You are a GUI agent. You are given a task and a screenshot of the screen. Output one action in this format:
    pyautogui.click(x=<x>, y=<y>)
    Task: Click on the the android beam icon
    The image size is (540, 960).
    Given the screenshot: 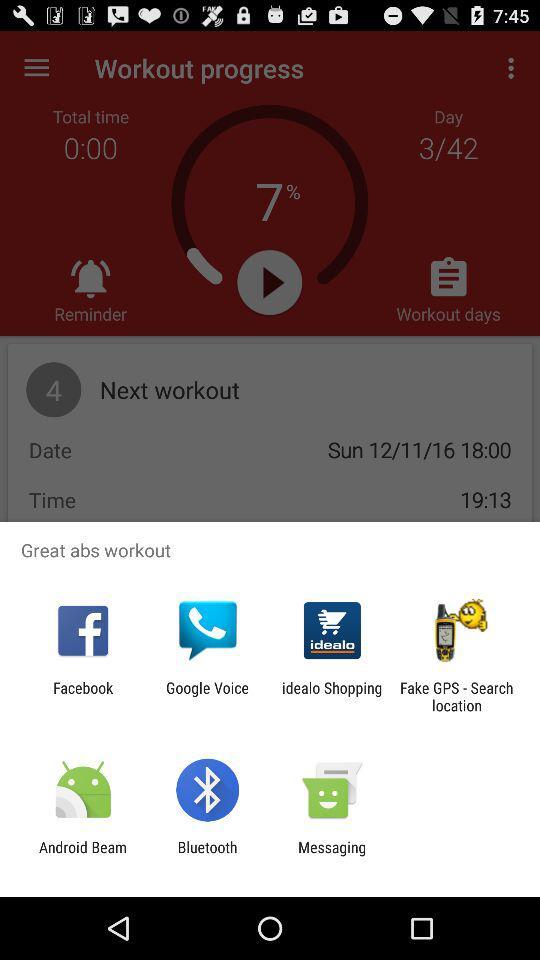 What is the action you would take?
    pyautogui.click(x=82, y=855)
    